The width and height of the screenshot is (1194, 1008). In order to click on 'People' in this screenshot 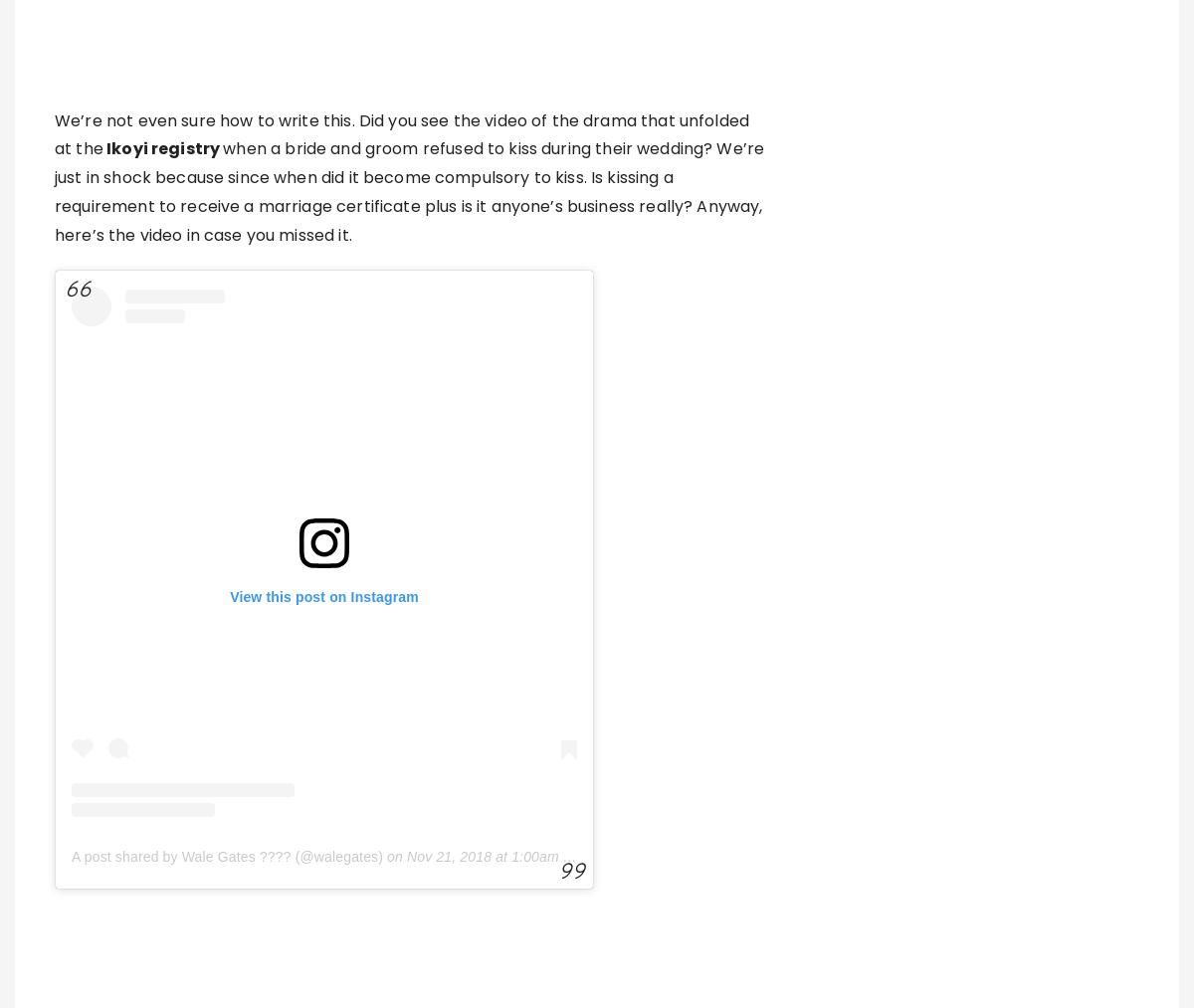, I will do `click(409, 902)`.